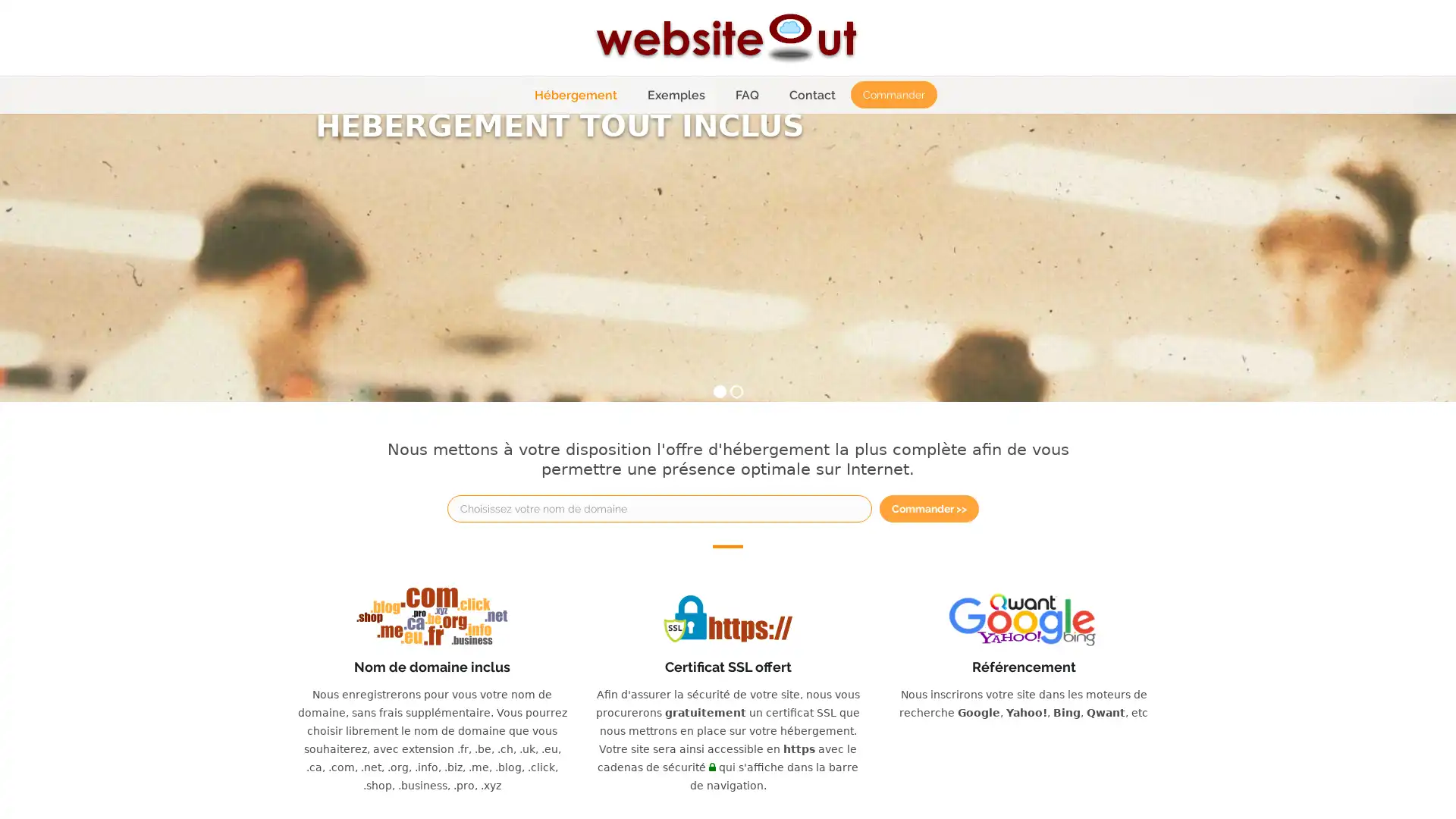 This screenshot has height=819, width=1456. Describe the element at coordinates (893, 94) in the screenshot. I see `Commander` at that location.